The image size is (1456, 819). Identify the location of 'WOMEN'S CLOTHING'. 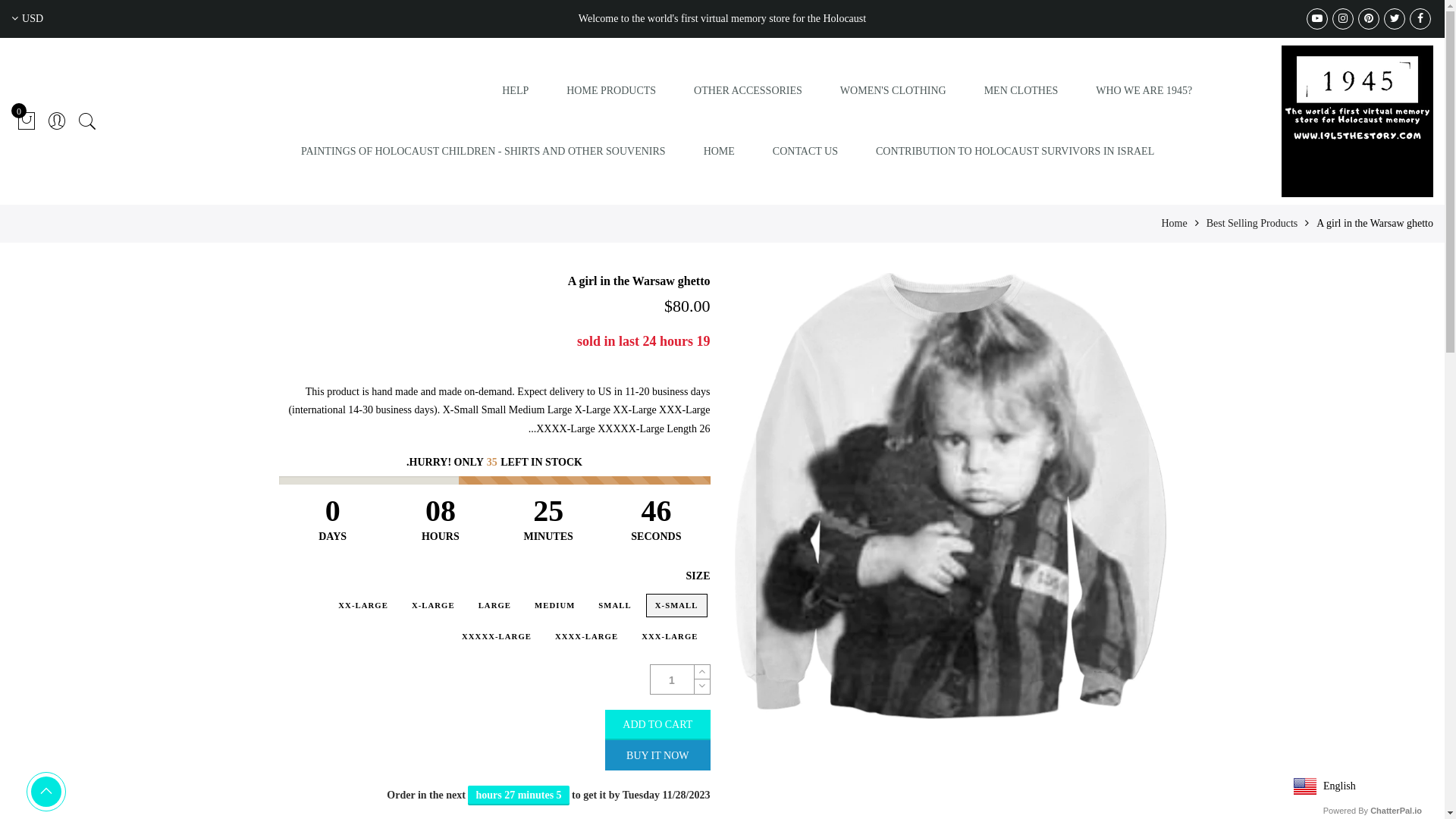
(893, 90).